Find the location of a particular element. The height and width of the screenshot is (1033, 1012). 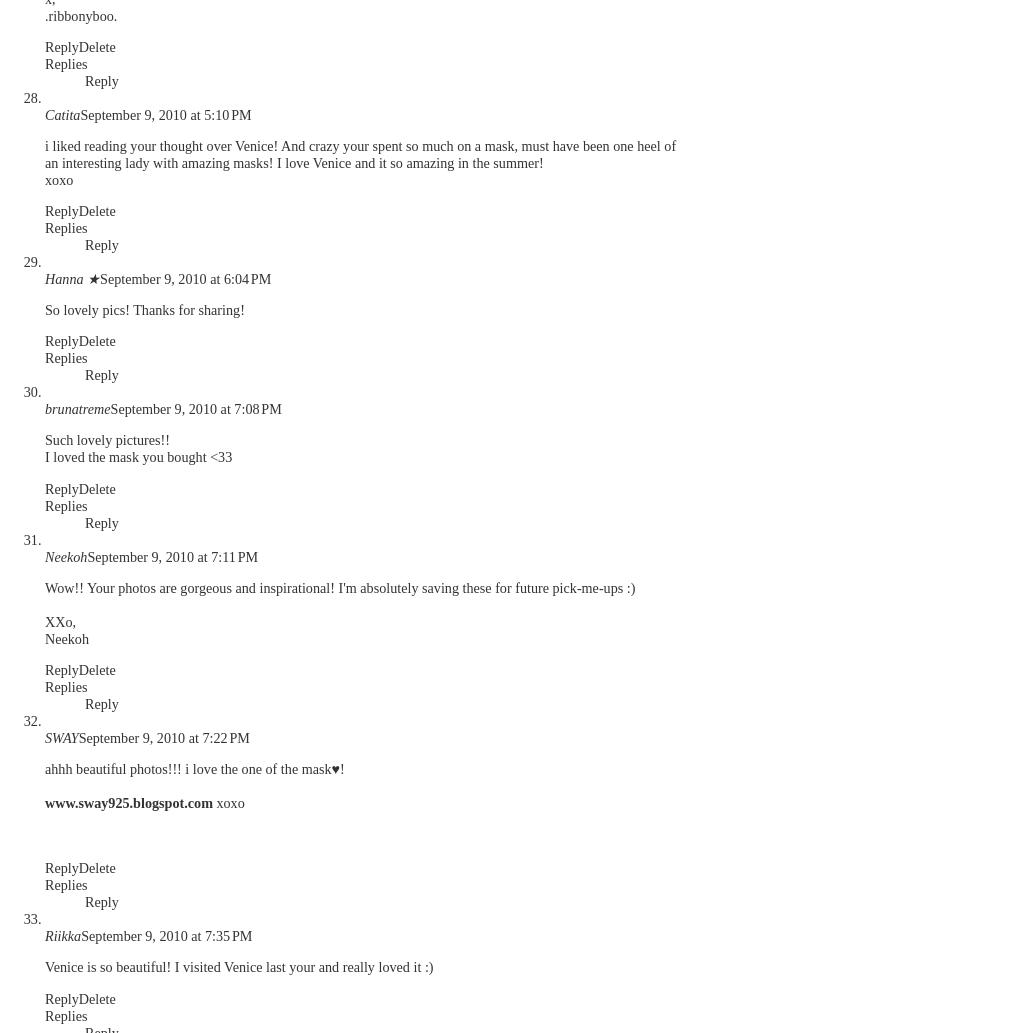

'Riikka' is located at coordinates (62, 935).